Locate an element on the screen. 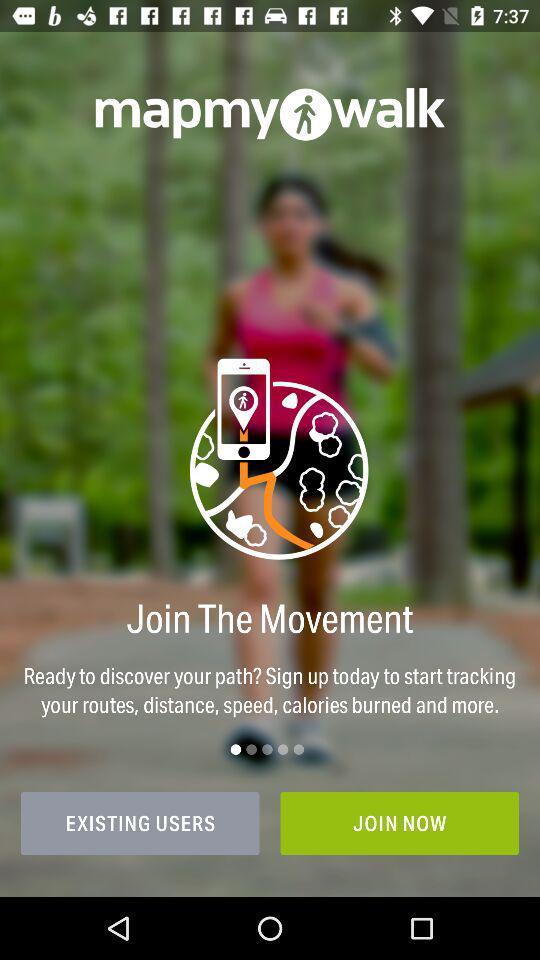 The height and width of the screenshot is (960, 540). icon at the bottom left corner is located at coordinates (139, 823).